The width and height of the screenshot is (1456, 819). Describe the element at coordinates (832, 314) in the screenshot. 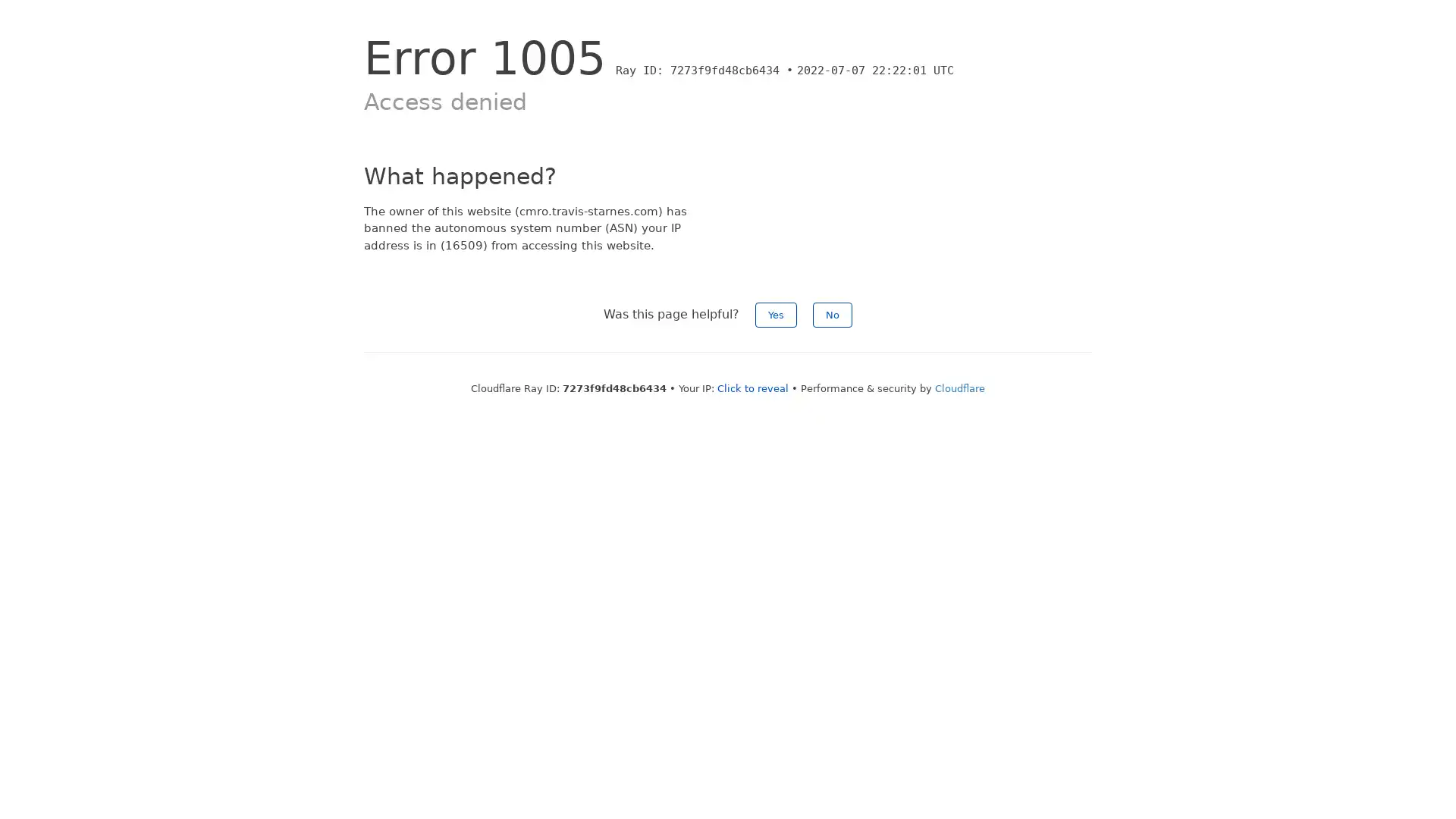

I see `No` at that location.